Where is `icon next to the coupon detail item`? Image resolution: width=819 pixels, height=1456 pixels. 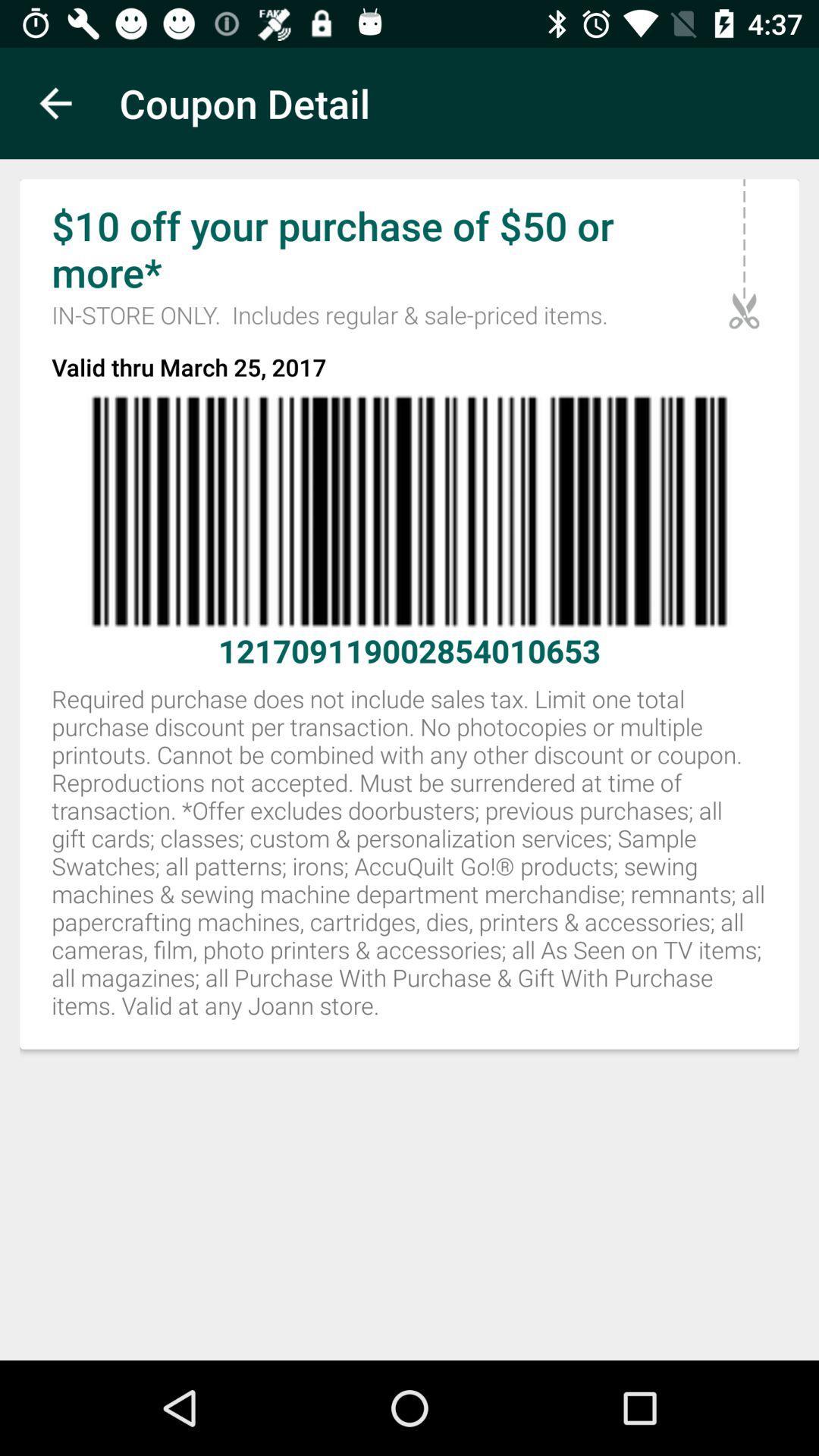
icon next to the coupon detail item is located at coordinates (55, 102).